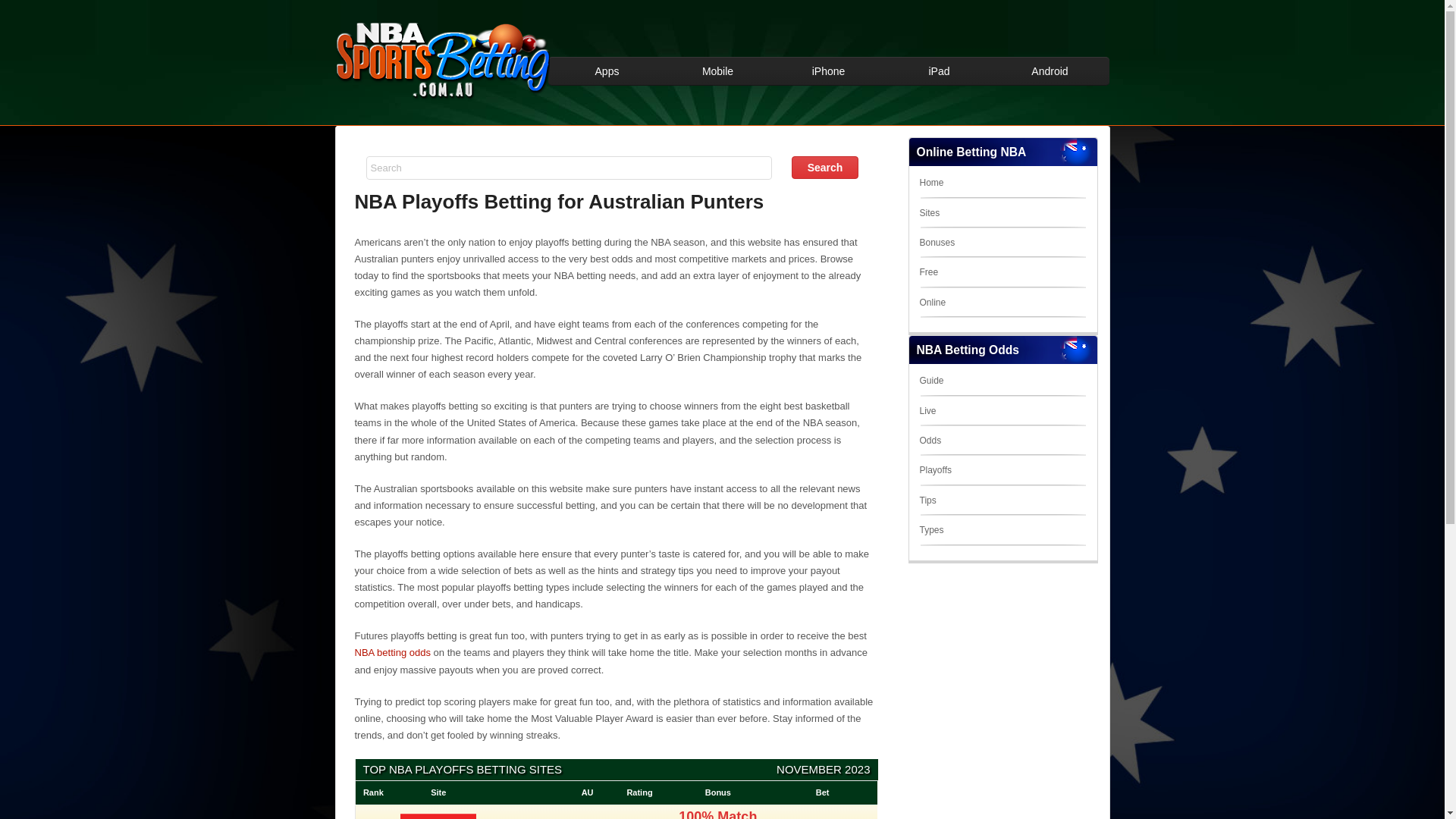  Describe the element at coordinates (393, 651) in the screenshot. I see `'NBA betting odds'` at that location.